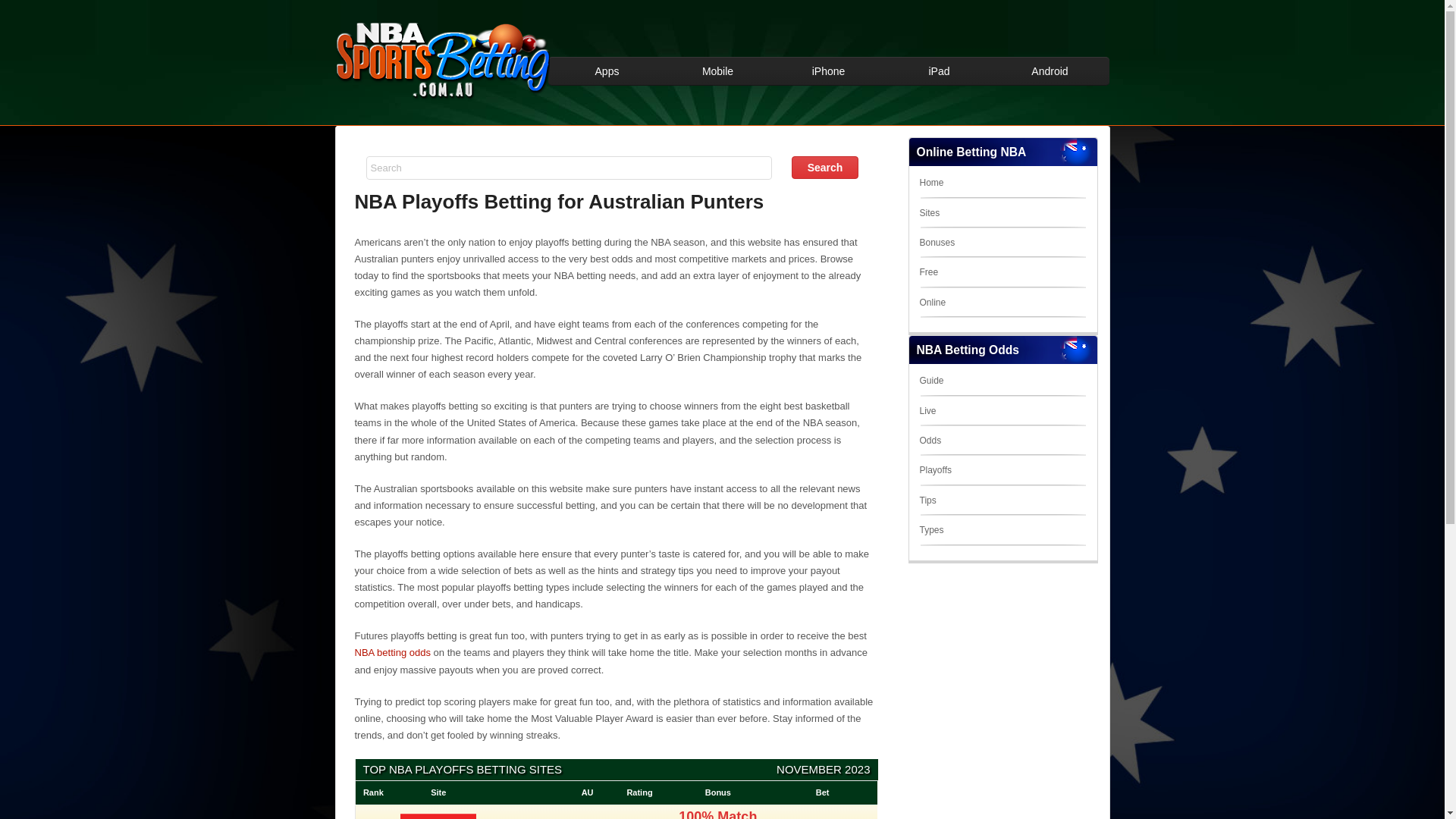  Describe the element at coordinates (393, 651) in the screenshot. I see `'NBA betting odds'` at that location.